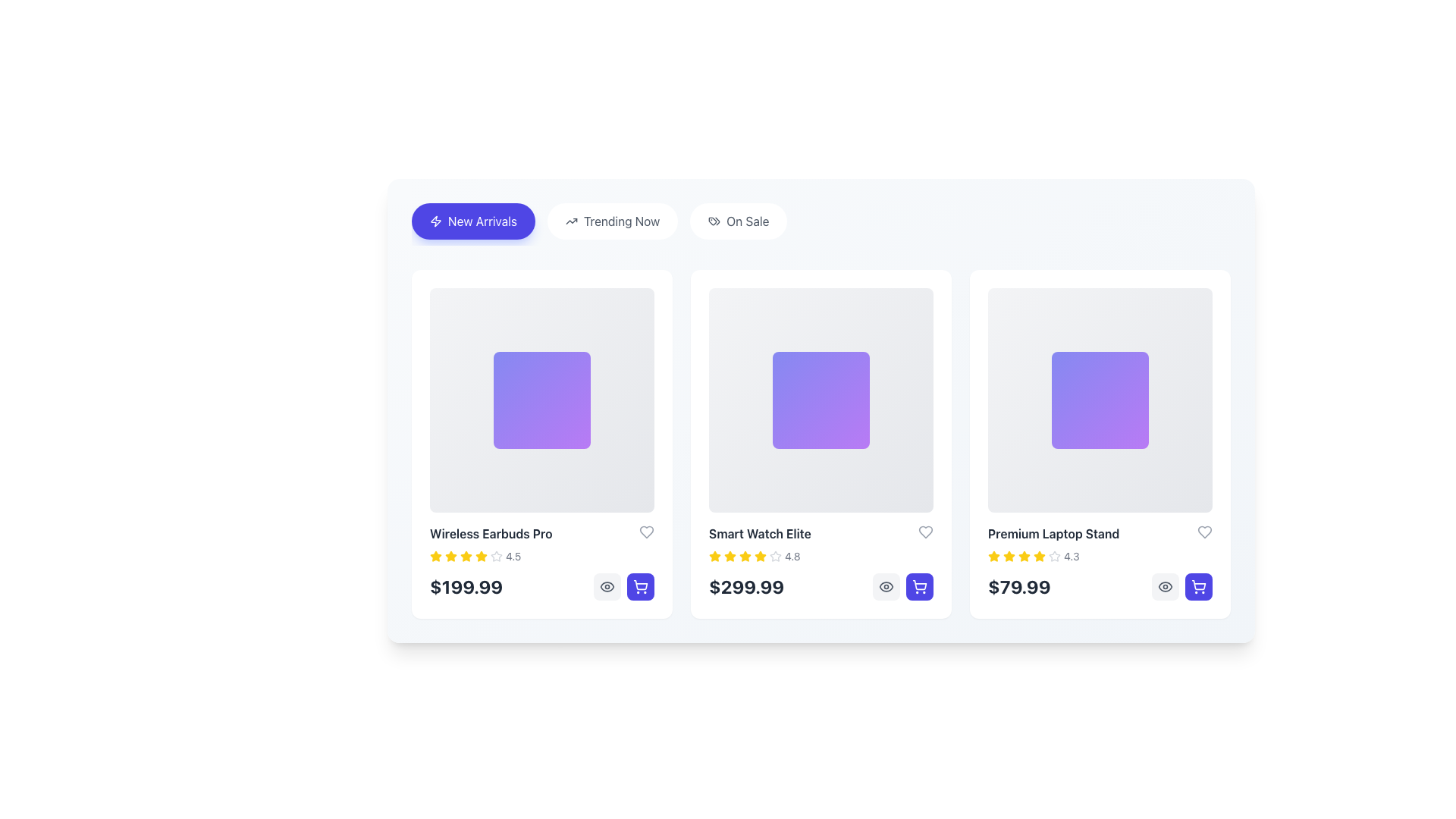  I want to click on the heart icon in the upper right corner of the 'Wireless Earbuds Pro' product card, so click(647, 532).